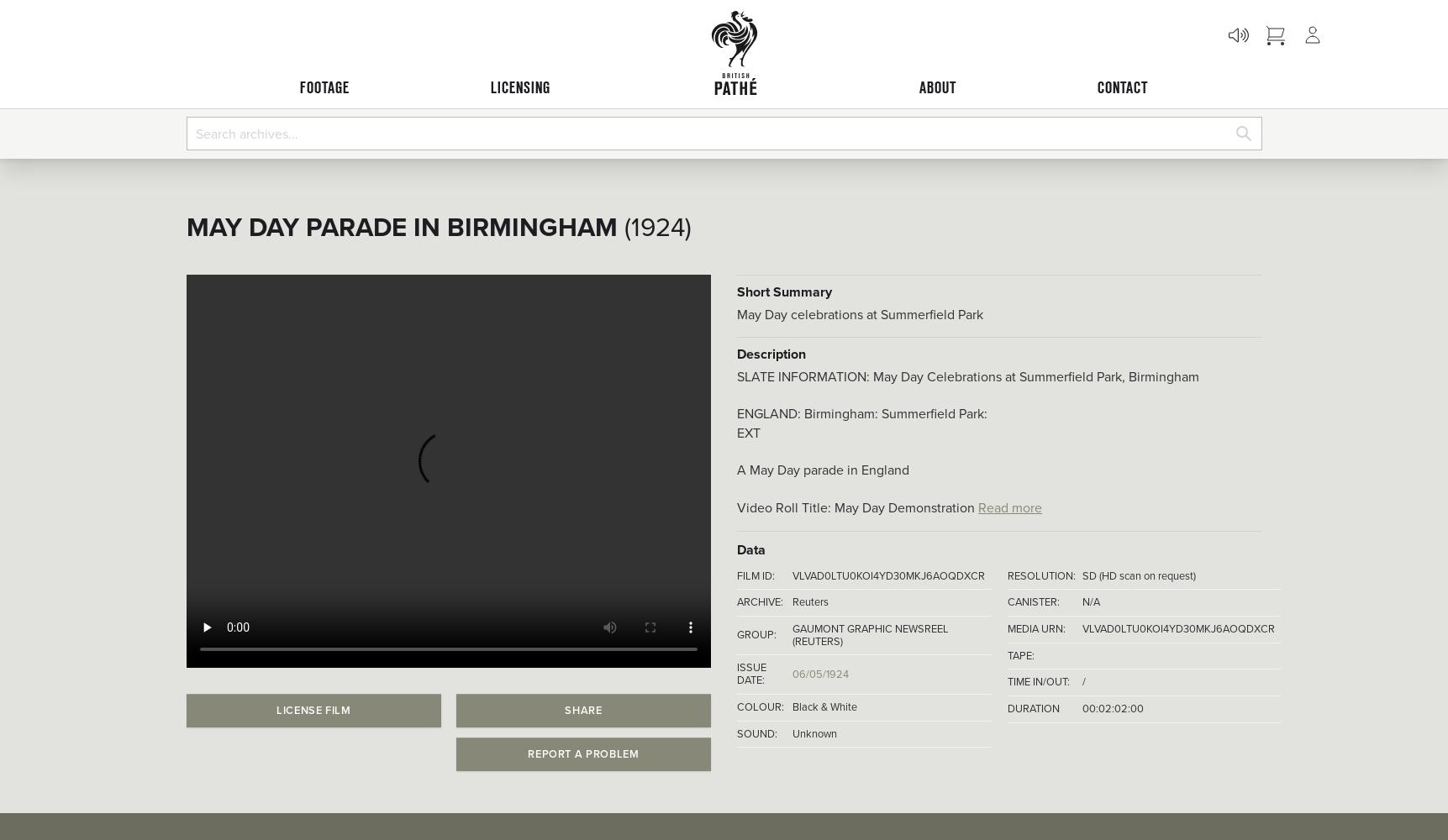  What do you see at coordinates (809, 601) in the screenshot?
I see `'Reuters'` at bounding box center [809, 601].